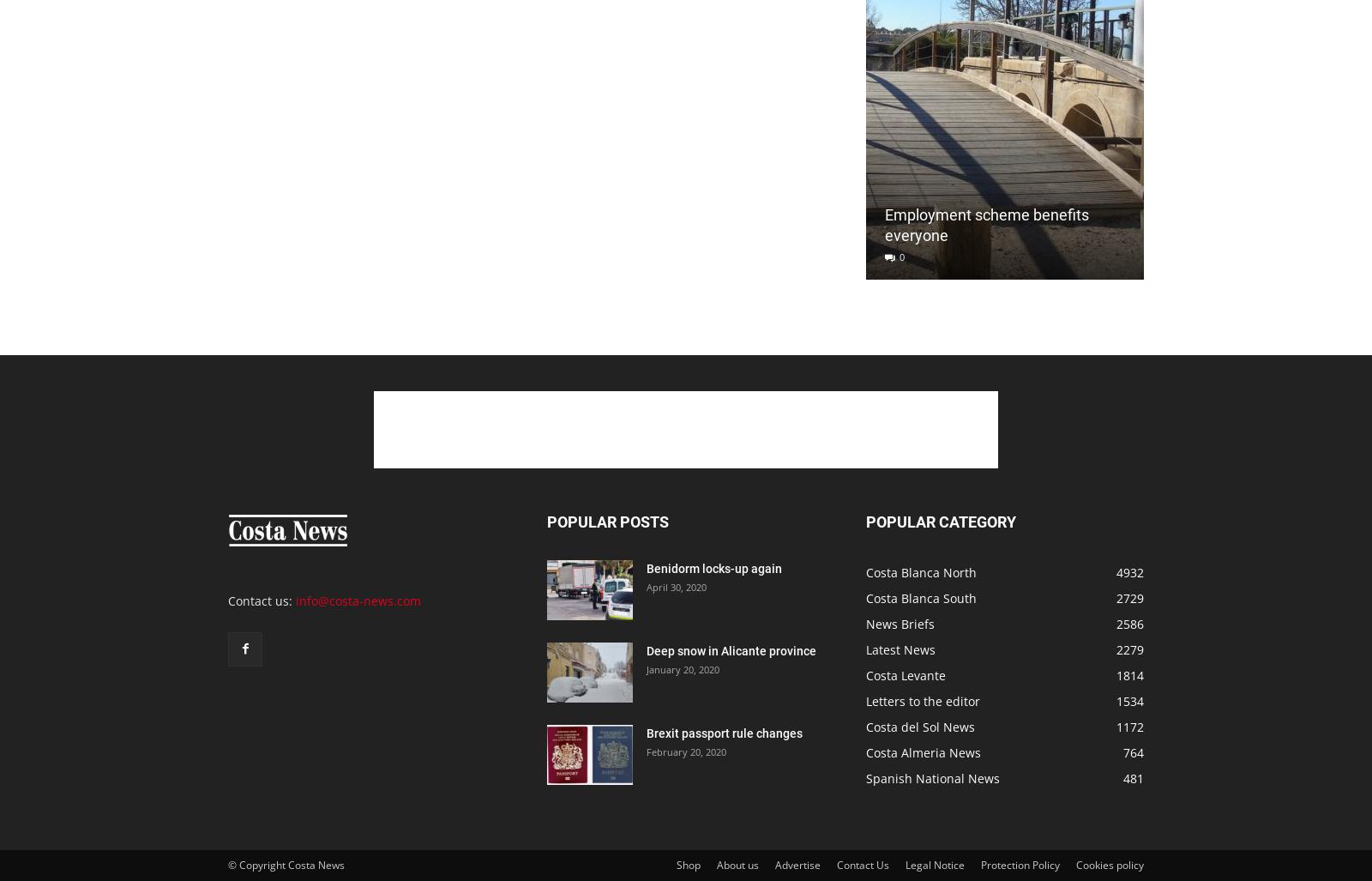 The height and width of the screenshot is (881, 1372). I want to click on 'January 20, 2020', so click(683, 668).